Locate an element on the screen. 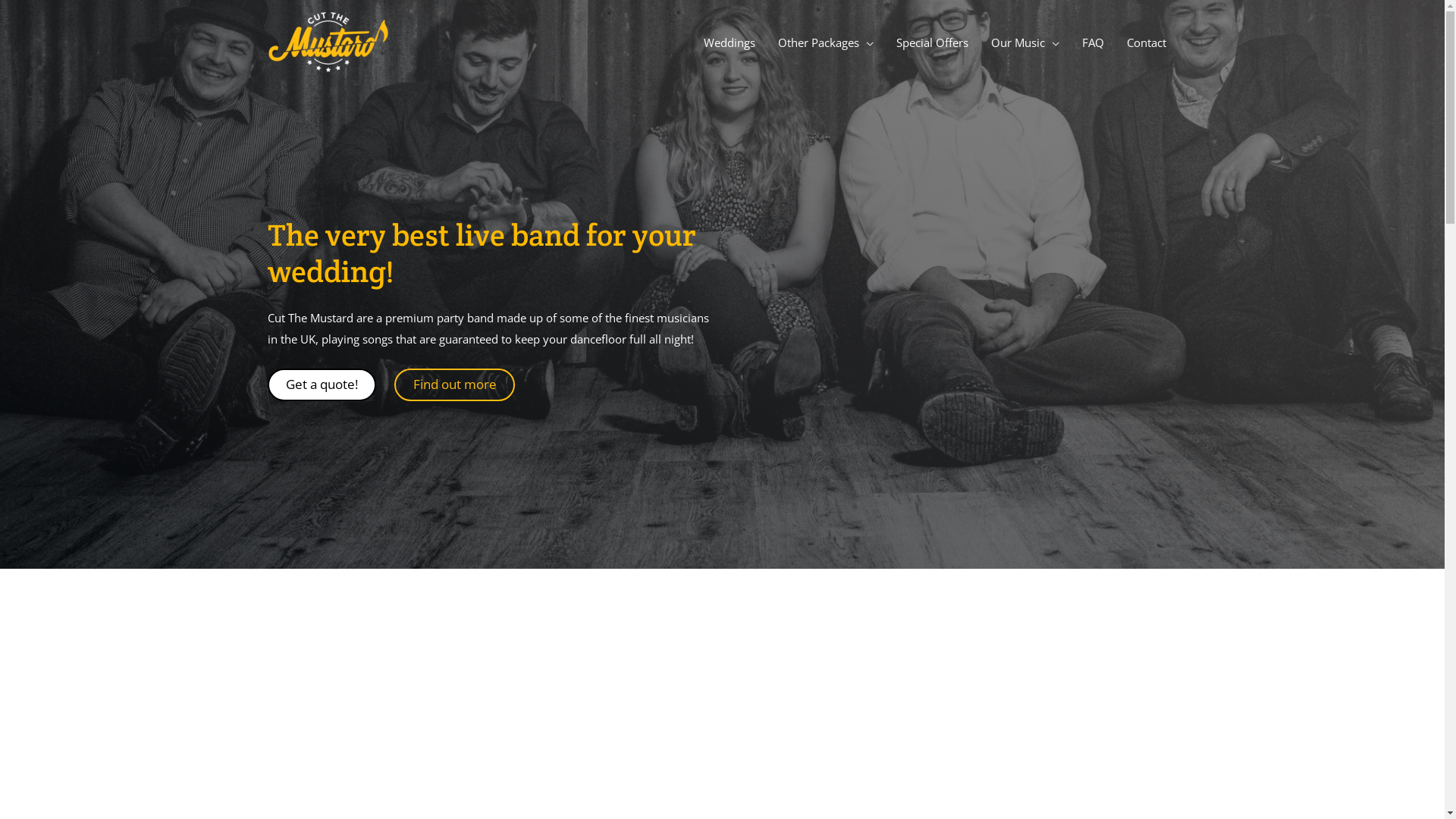 The height and width of the screenshot is (819, 1456). 'FAQ' is located at coordinates (1093, 40).